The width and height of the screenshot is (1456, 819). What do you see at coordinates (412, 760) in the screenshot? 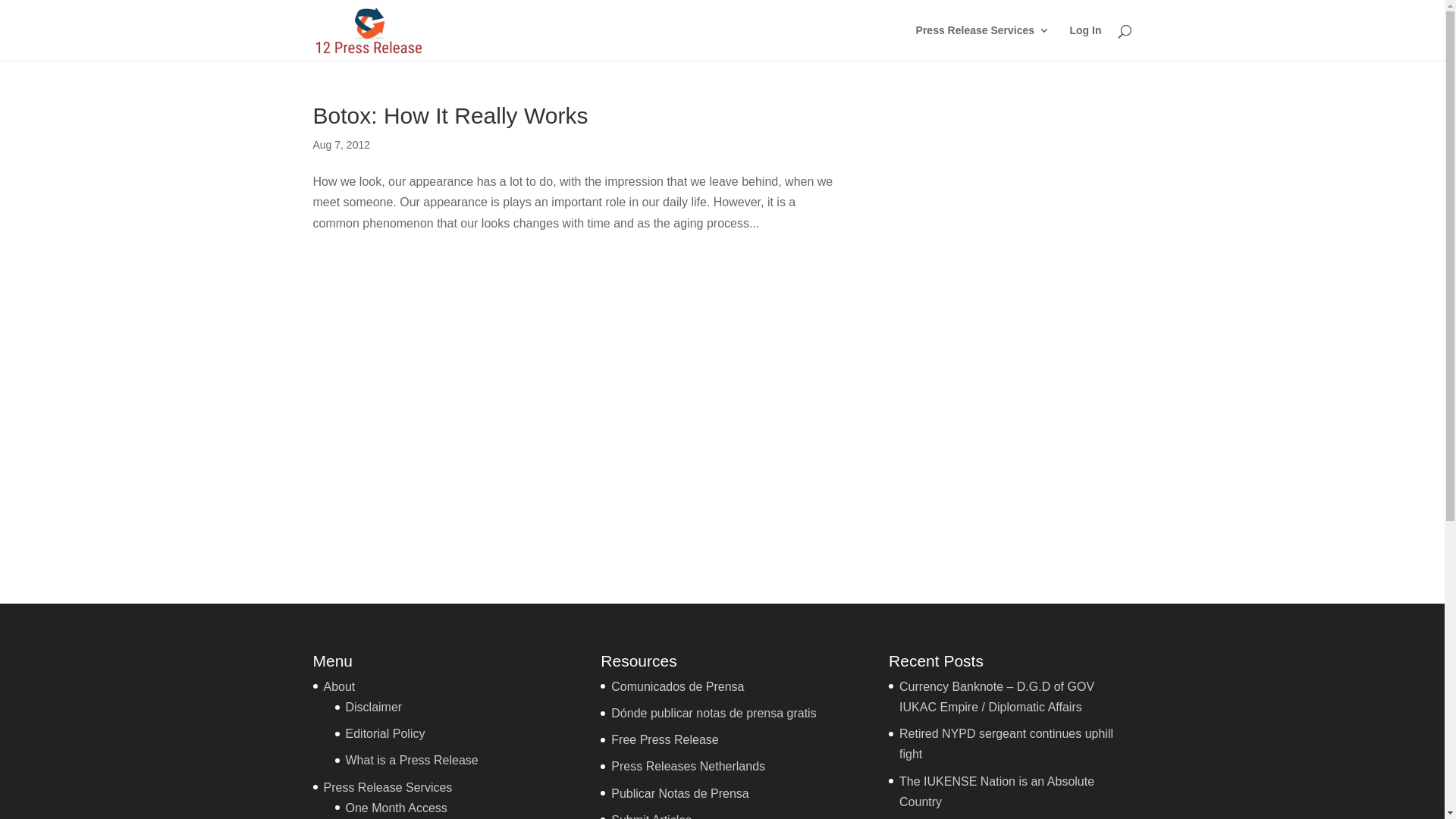
I see `'What is a Press Release'` at bounding box center [412, 760].